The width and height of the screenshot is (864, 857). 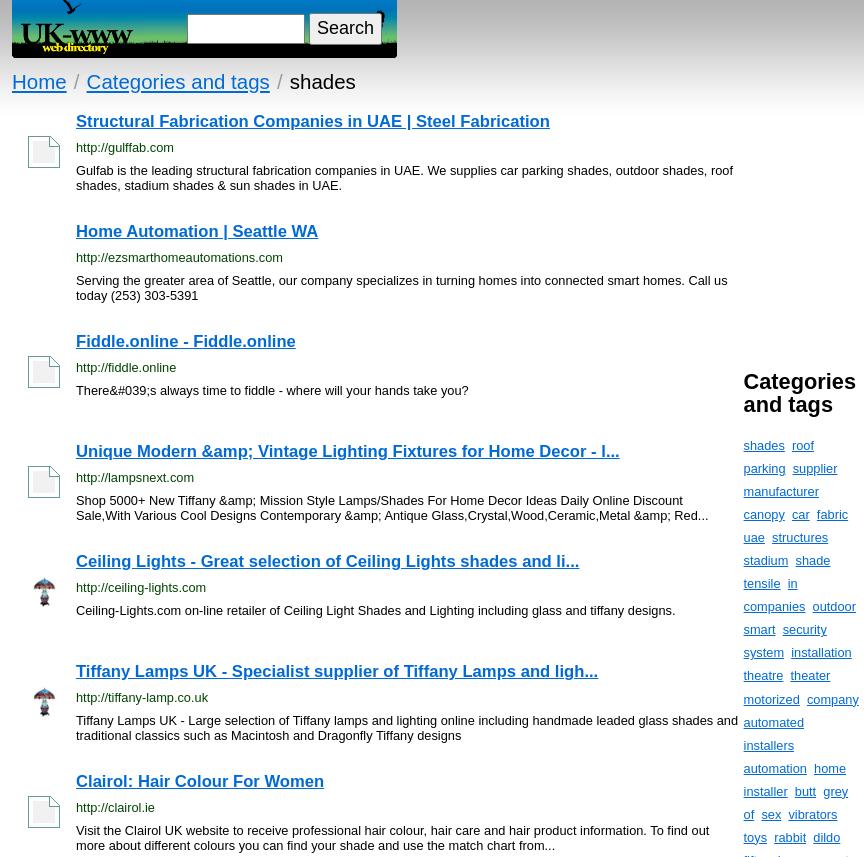 I want to click on 'car', so click(x=798, y=513).